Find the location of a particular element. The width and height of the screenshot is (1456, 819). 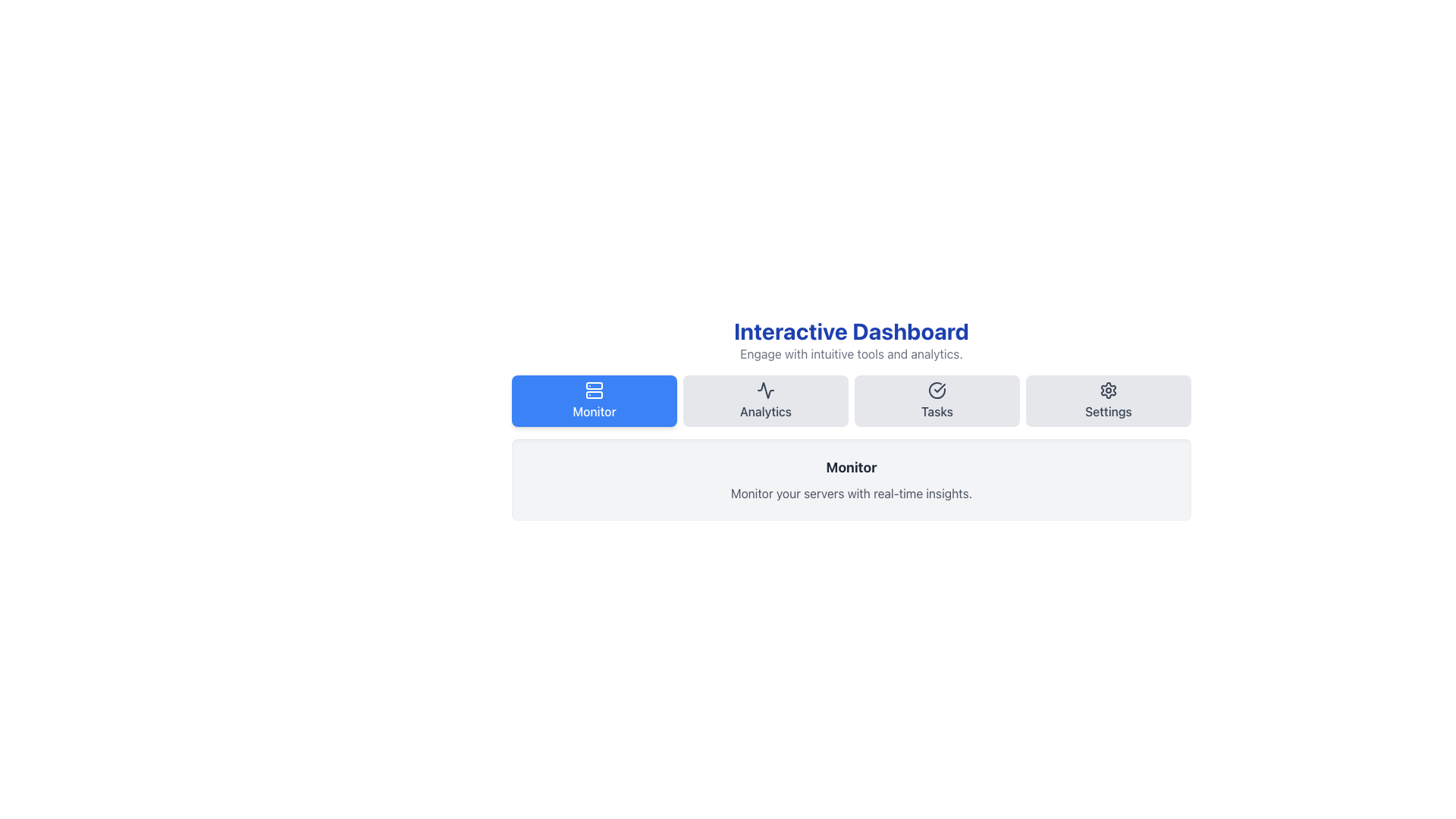

the static textual element that provides additional information about the 'Interactive Dashboard', located near the top center of the interface below the heading is located at coordinates (852, 353).